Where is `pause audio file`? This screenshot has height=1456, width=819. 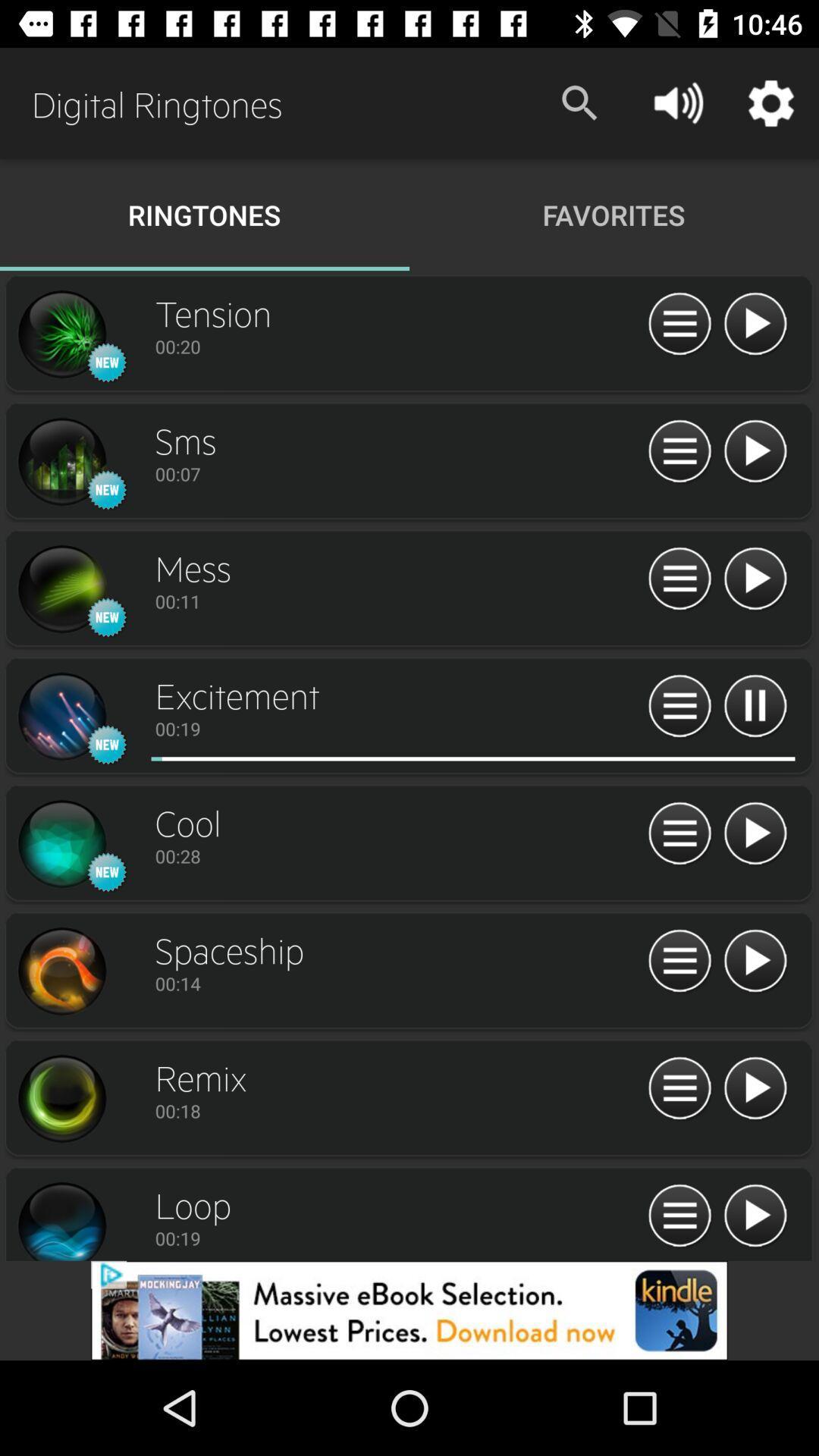 pause audio file is located at coordinates (755, 706).